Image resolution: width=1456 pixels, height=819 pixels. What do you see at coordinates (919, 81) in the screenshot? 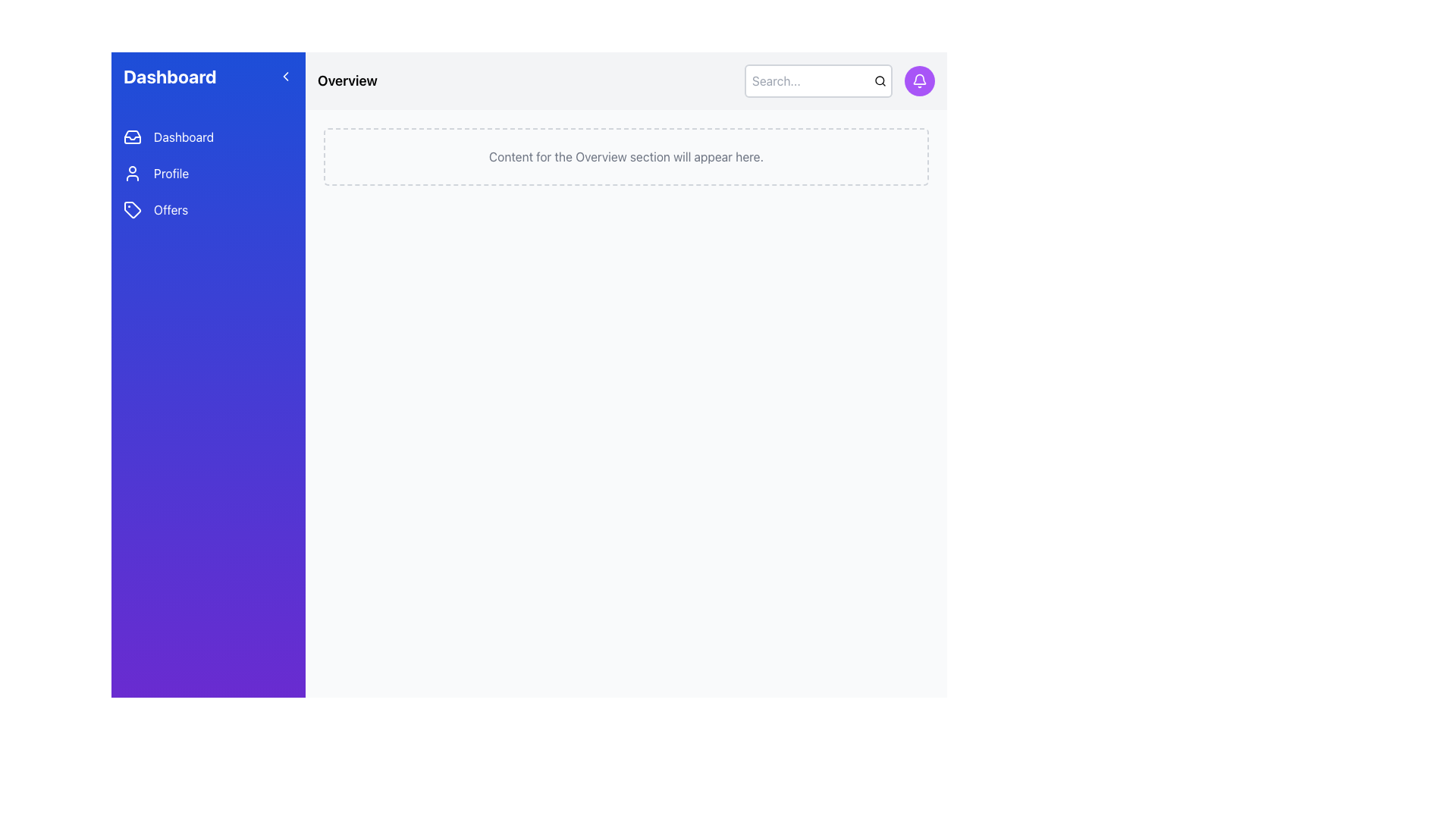
I see `the notification icon located at the top-right corner inside a purple circular background` at bounding box center [919, 81].